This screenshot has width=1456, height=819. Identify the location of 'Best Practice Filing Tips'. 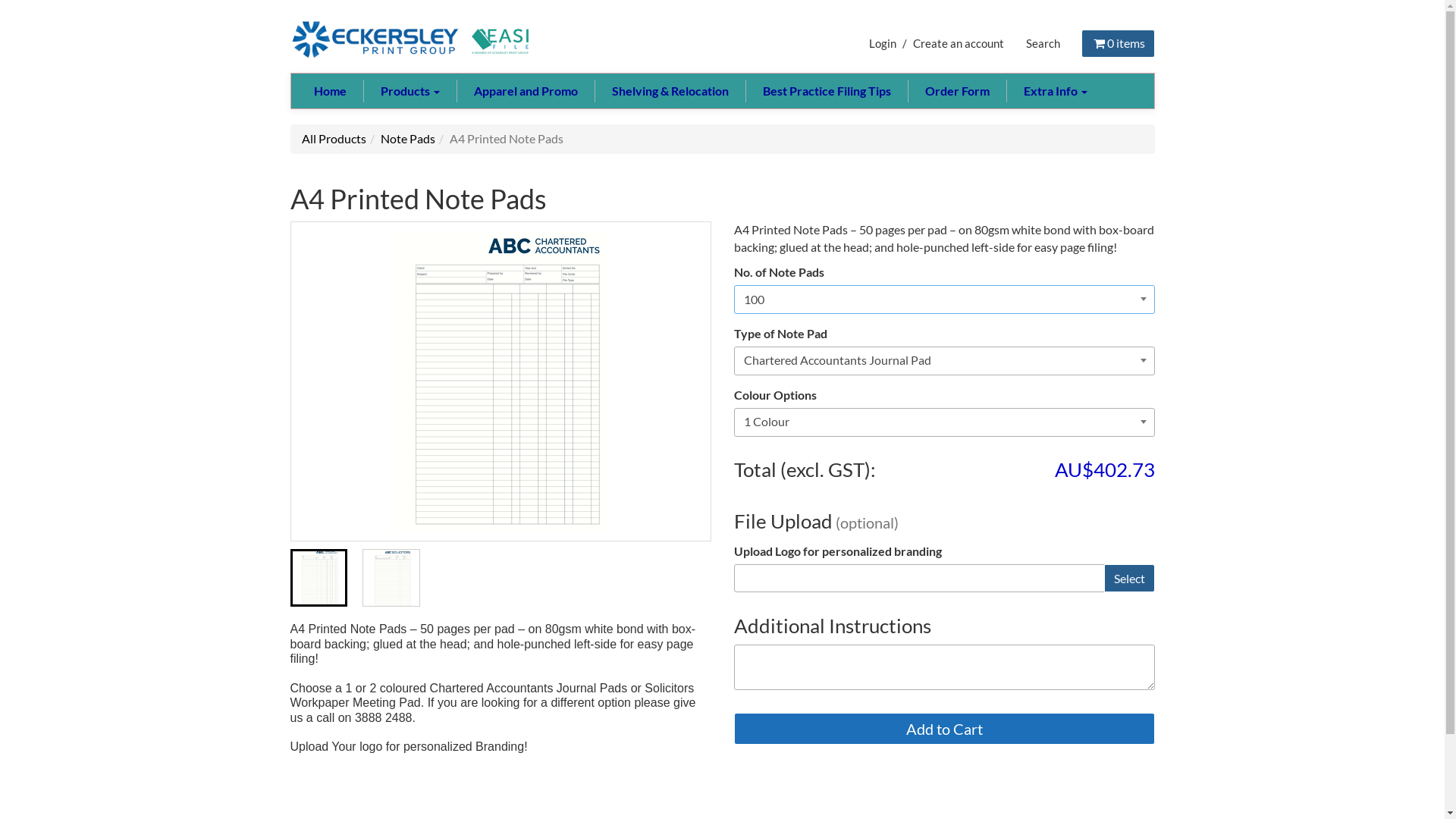
(745, 90).